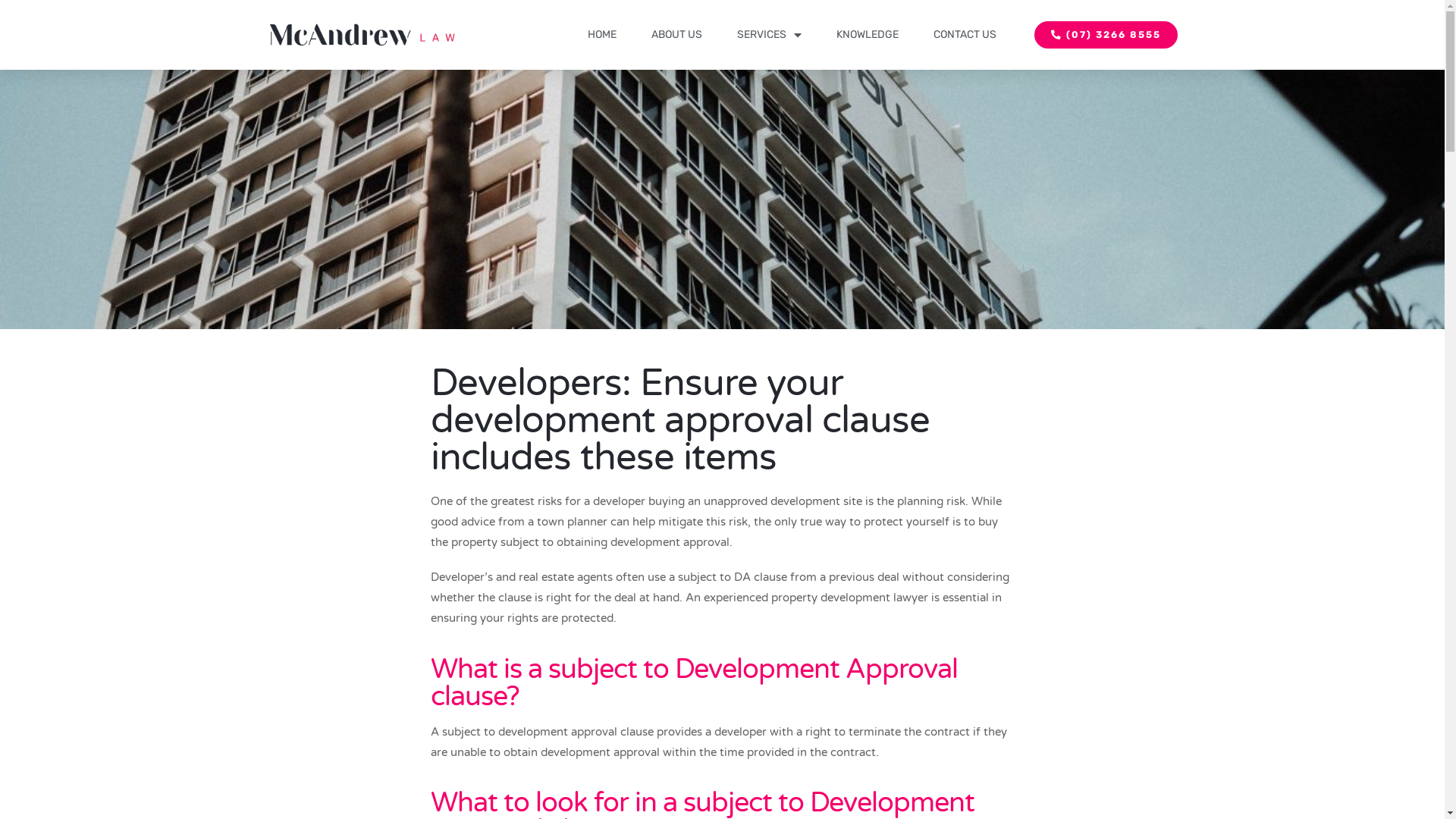  What do you see at coordinates (866, 34) in the screenshot?
I see `'KNOWLEDGE'` at bounding box center [866, 34].